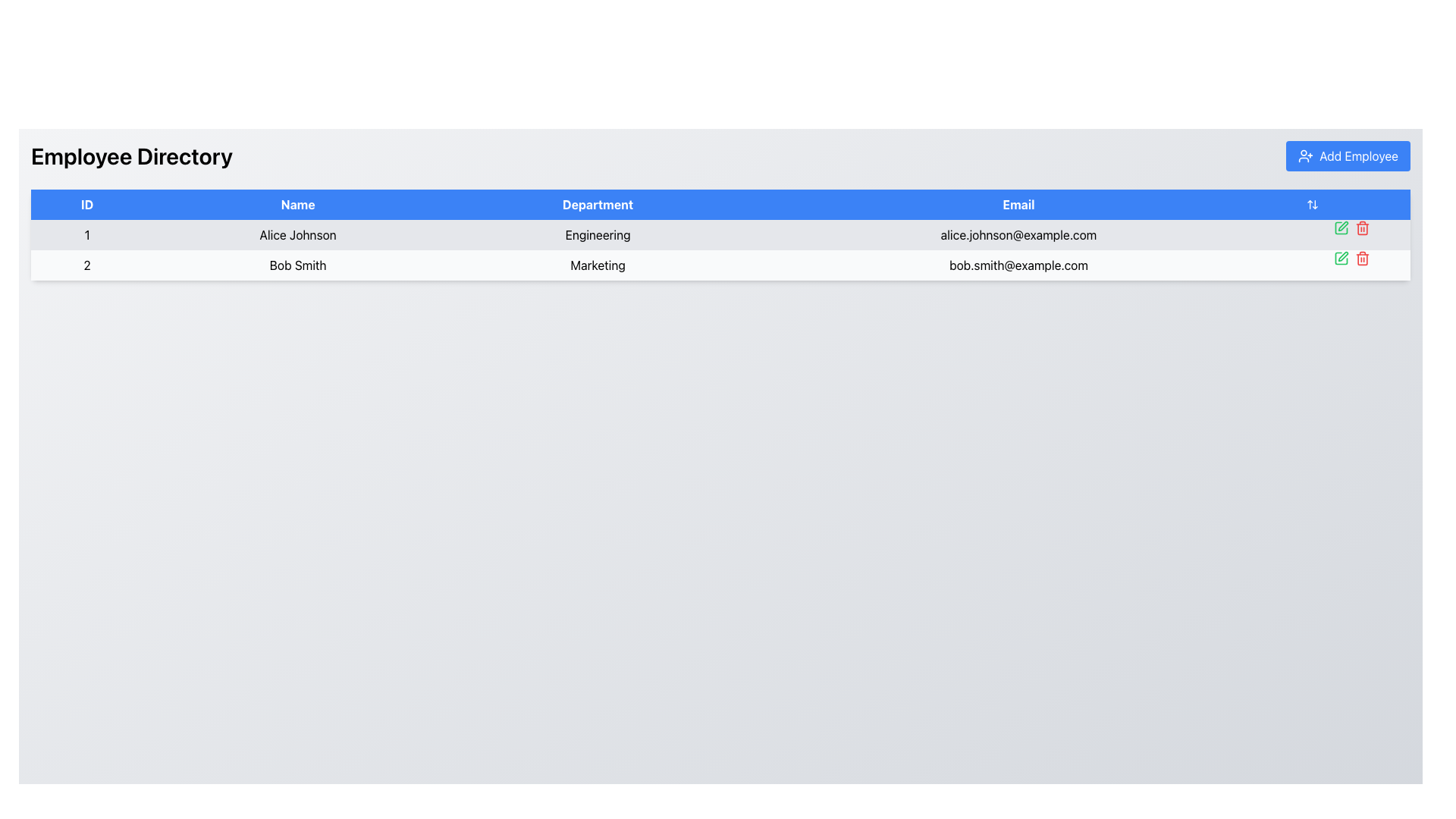 This screenshot has width=1456, height=819. What do you see at coordinates (86, 205) in the screenshot?
I see `the text label with a blue background and white text displaying 'ID', located in the top-left corner of the table header row` at bounding box center [86, 205].